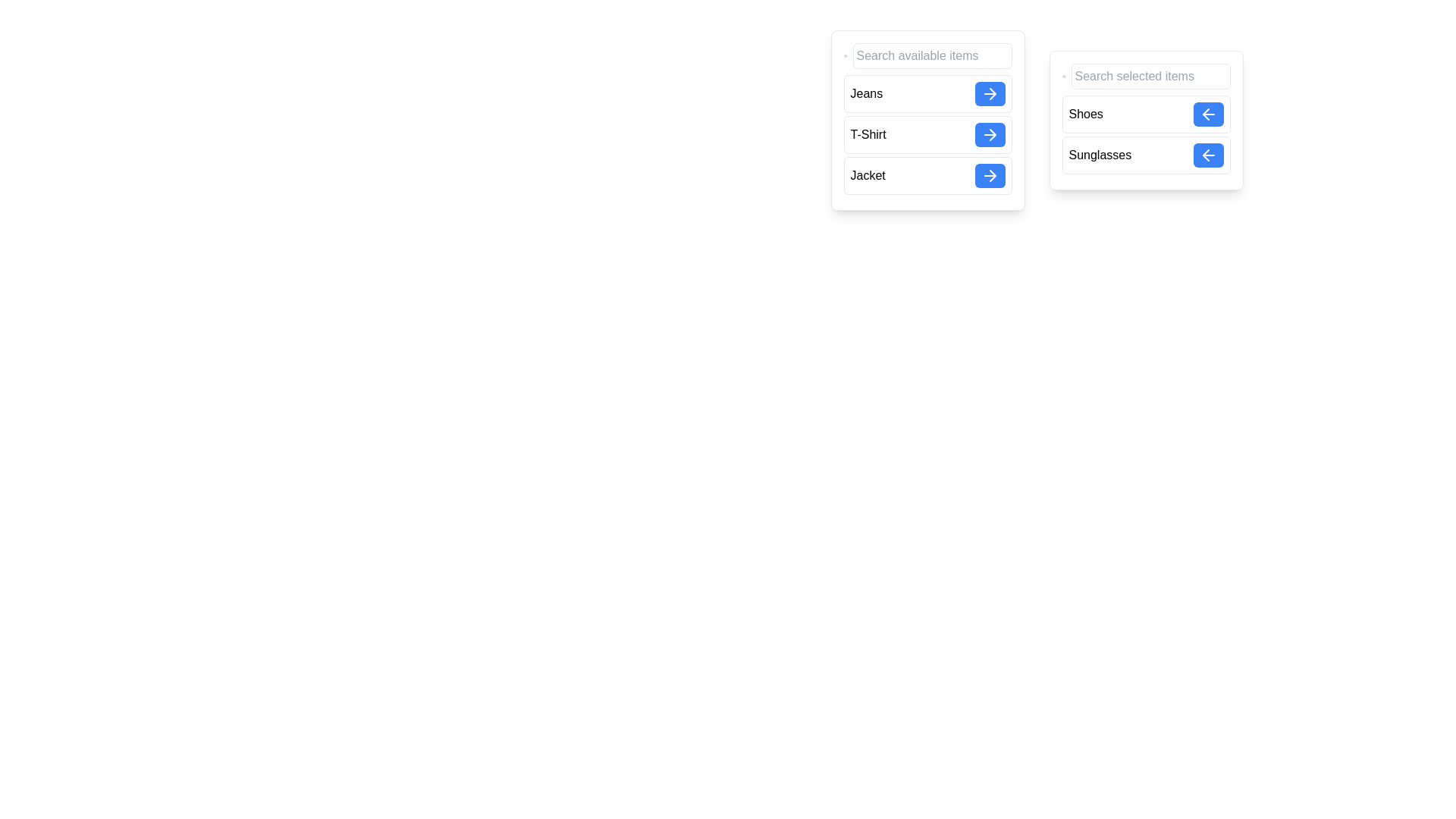  I want to click on the item associated with the arrow icon located on the rightmost position of the third row in the list of available items, which is aligned with the 'Jacket' label, so click(993, 174).